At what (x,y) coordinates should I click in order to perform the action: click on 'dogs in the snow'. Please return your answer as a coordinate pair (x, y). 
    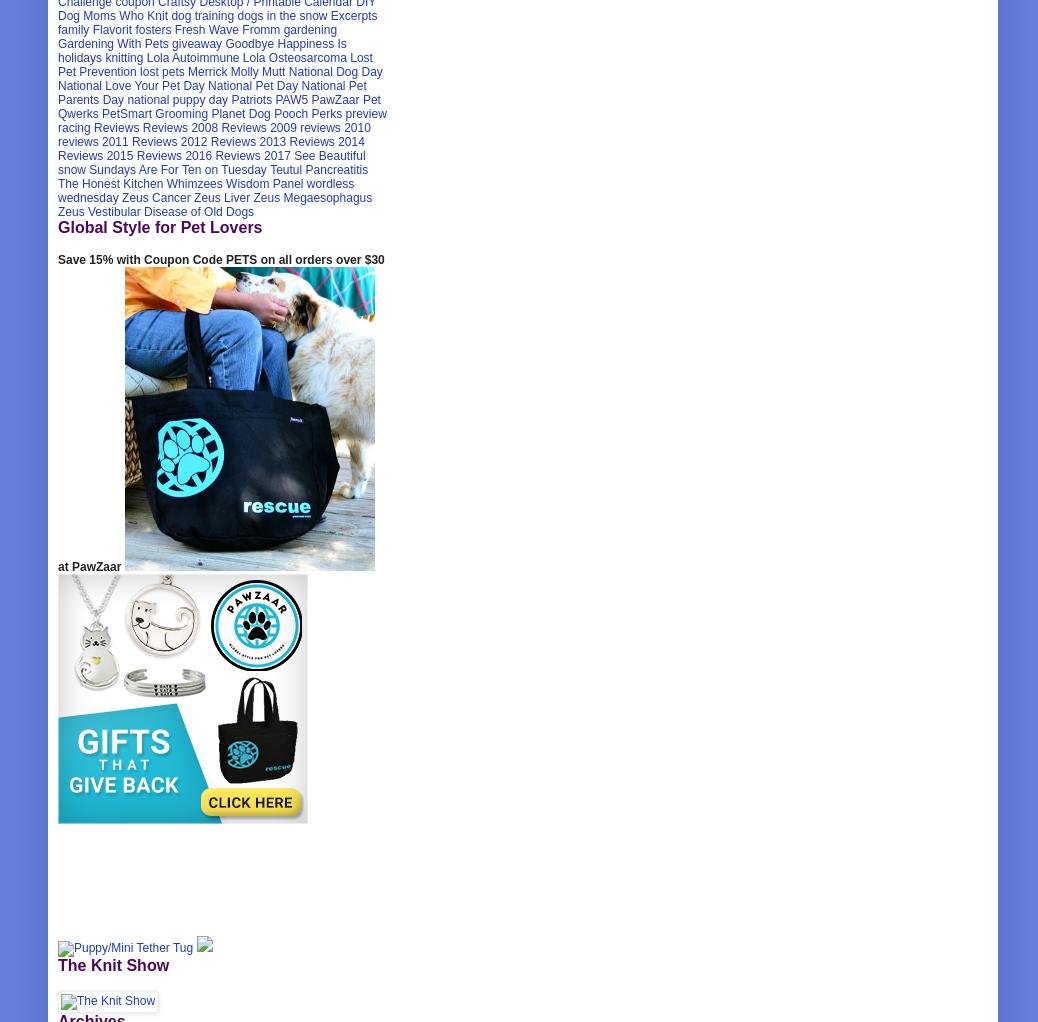
    Looking at the image, I should click on (282, 15).